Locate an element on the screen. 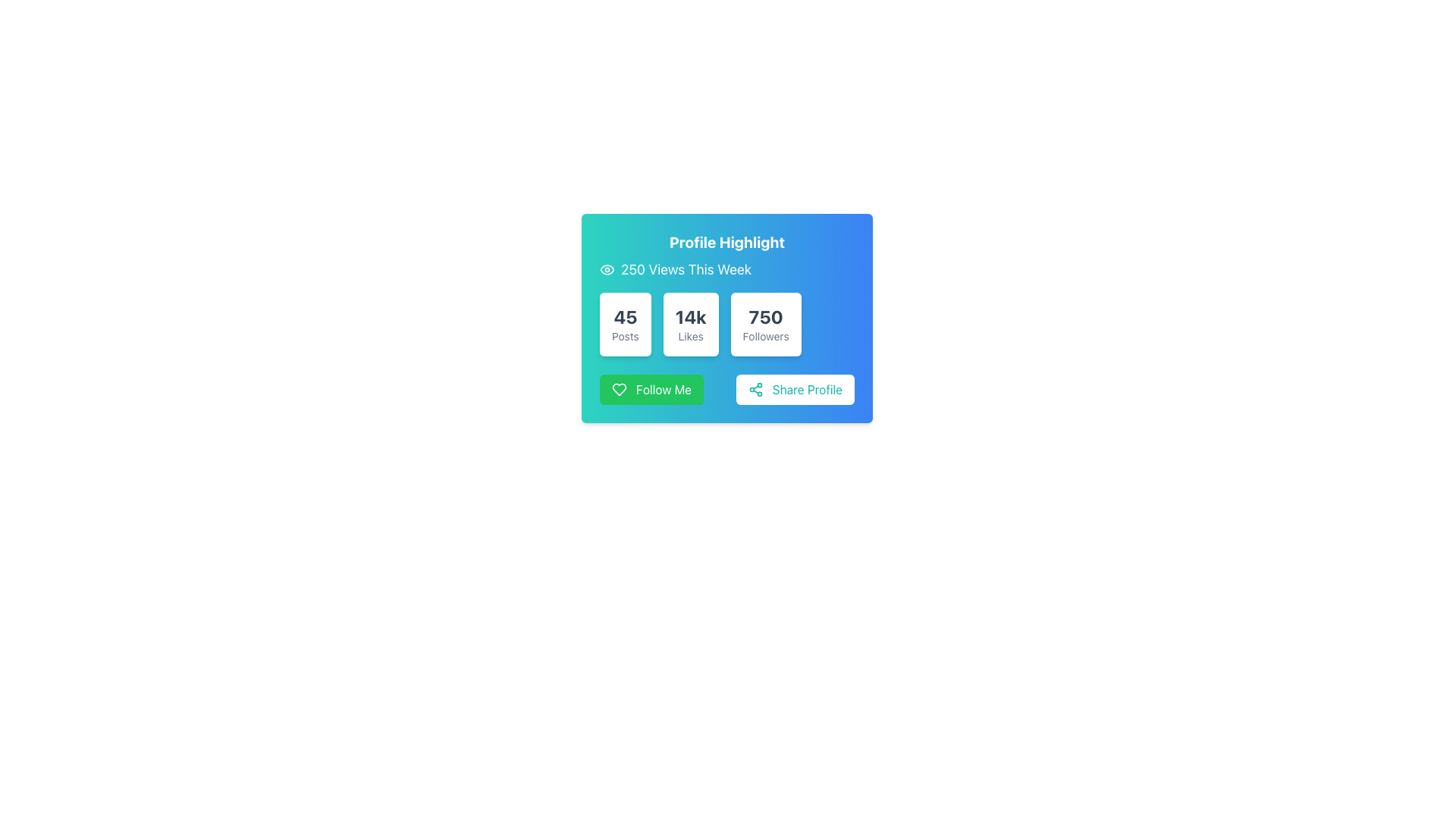 This screenshot has width=1456, height=819. the eye icon, which visually represents a view or visibility metric, located to the left of the text '250 Views This Week' in a card-like component is located at coordinates (607, 268).